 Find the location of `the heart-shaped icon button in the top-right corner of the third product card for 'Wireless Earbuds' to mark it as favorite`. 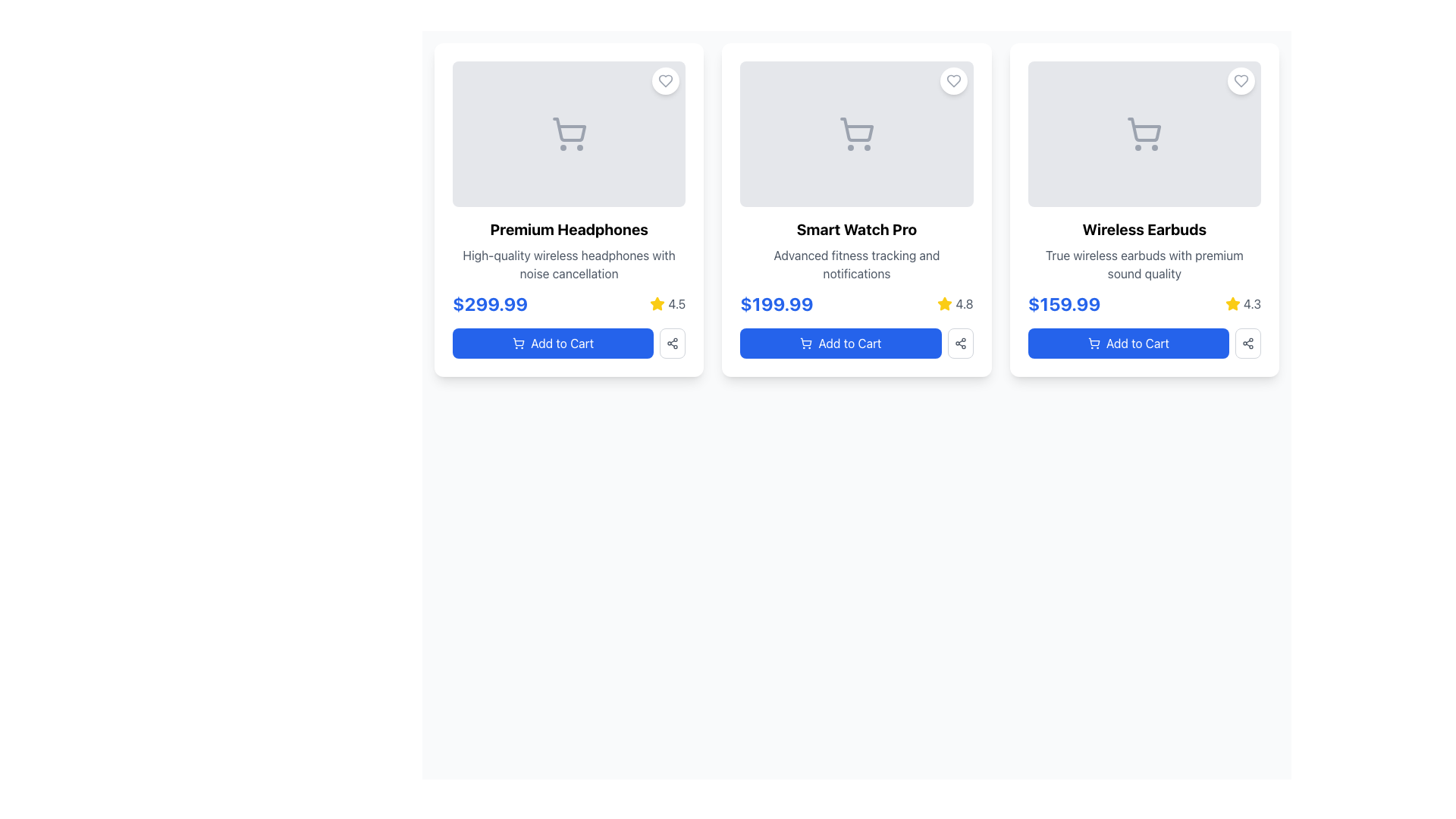

the heart-shaped icon button in the top-right corner of the third product card for 'Wireless Earbuds' to mark it as favorite is located at coordinates (1241, 81).